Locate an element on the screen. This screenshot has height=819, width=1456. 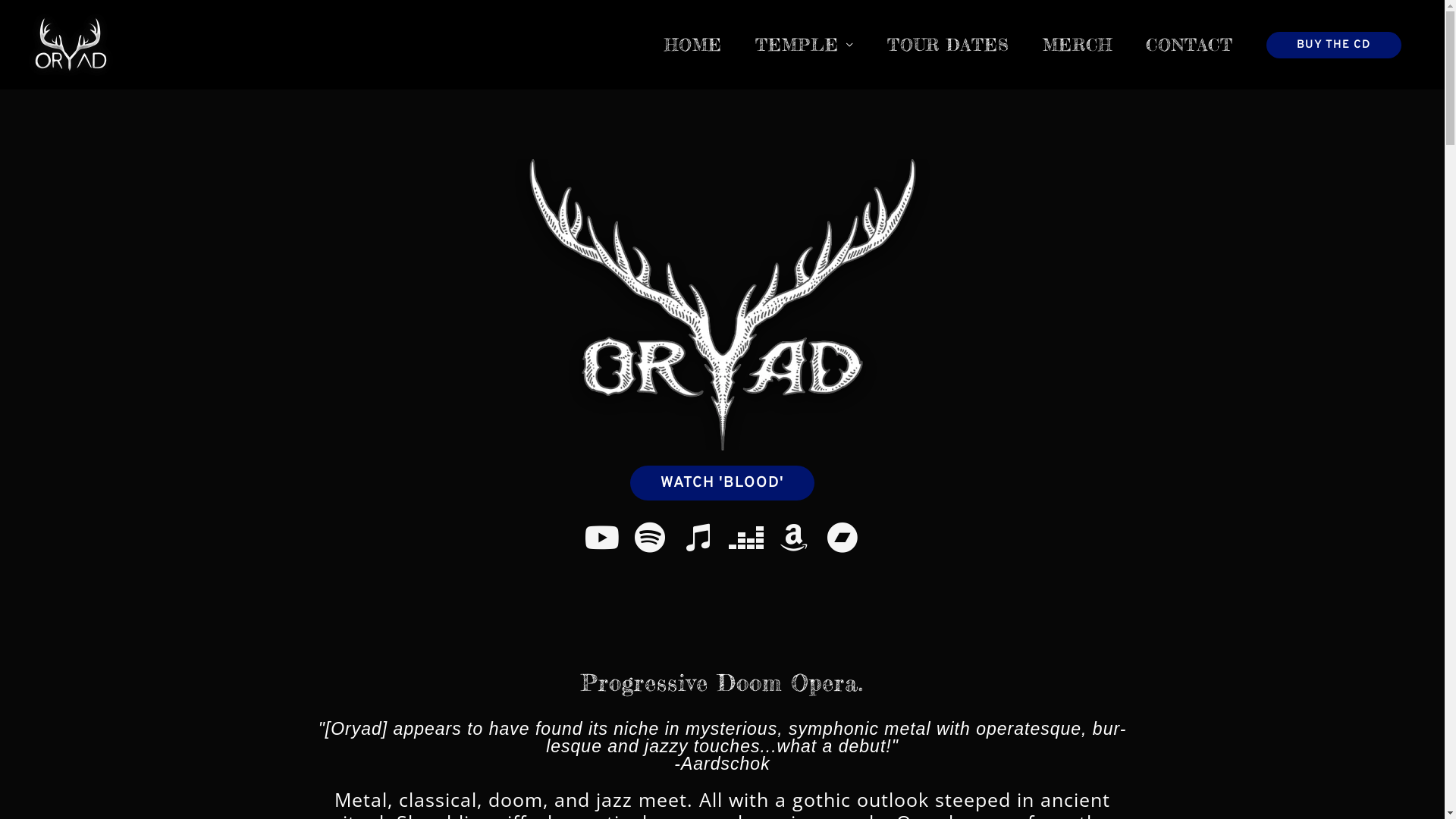
'BUY THE CD' is located at coordinates (1332, 44).